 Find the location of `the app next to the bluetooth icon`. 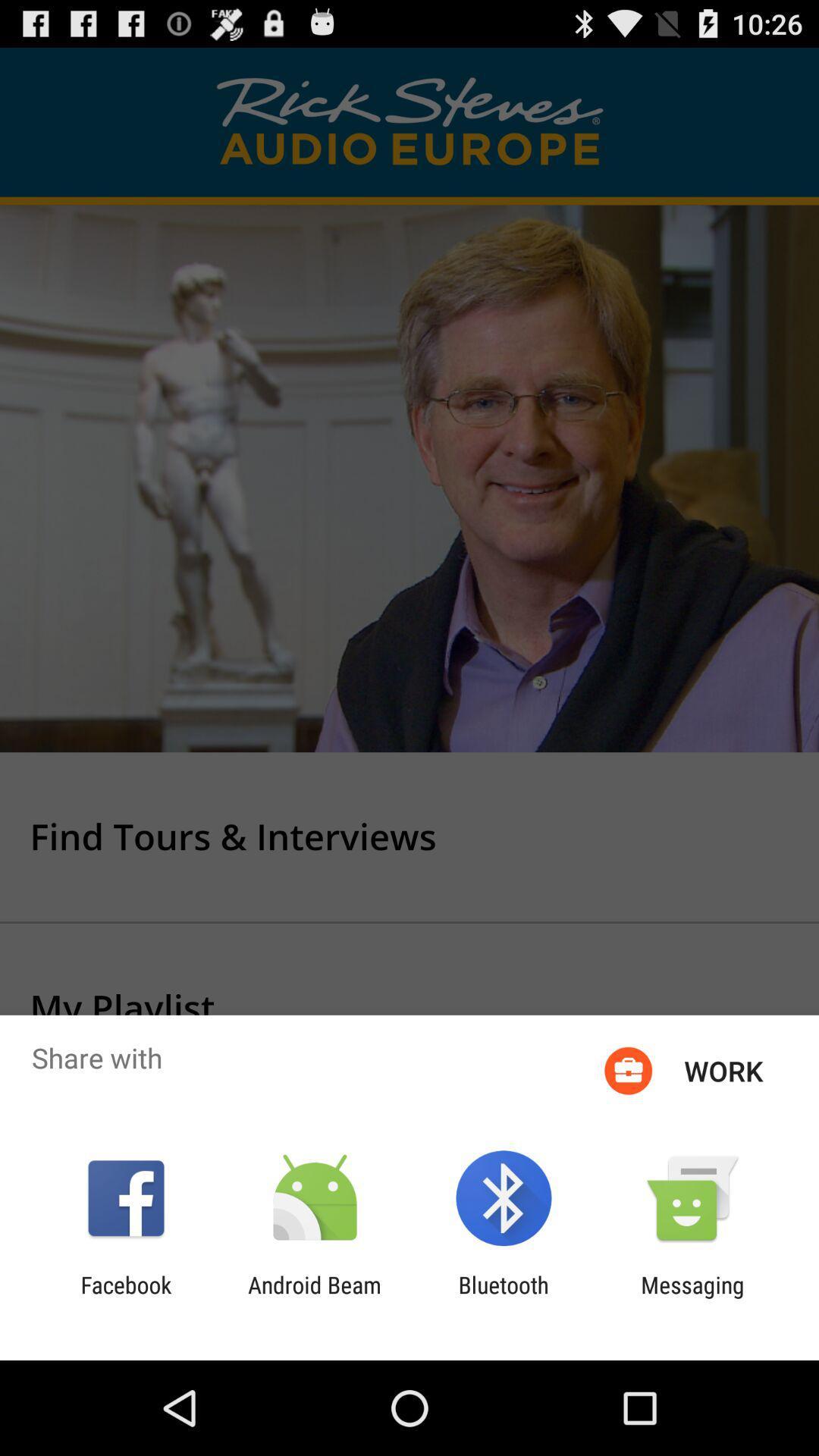

the app next to the bluetooth icon is located at coordinates (692, 1298).